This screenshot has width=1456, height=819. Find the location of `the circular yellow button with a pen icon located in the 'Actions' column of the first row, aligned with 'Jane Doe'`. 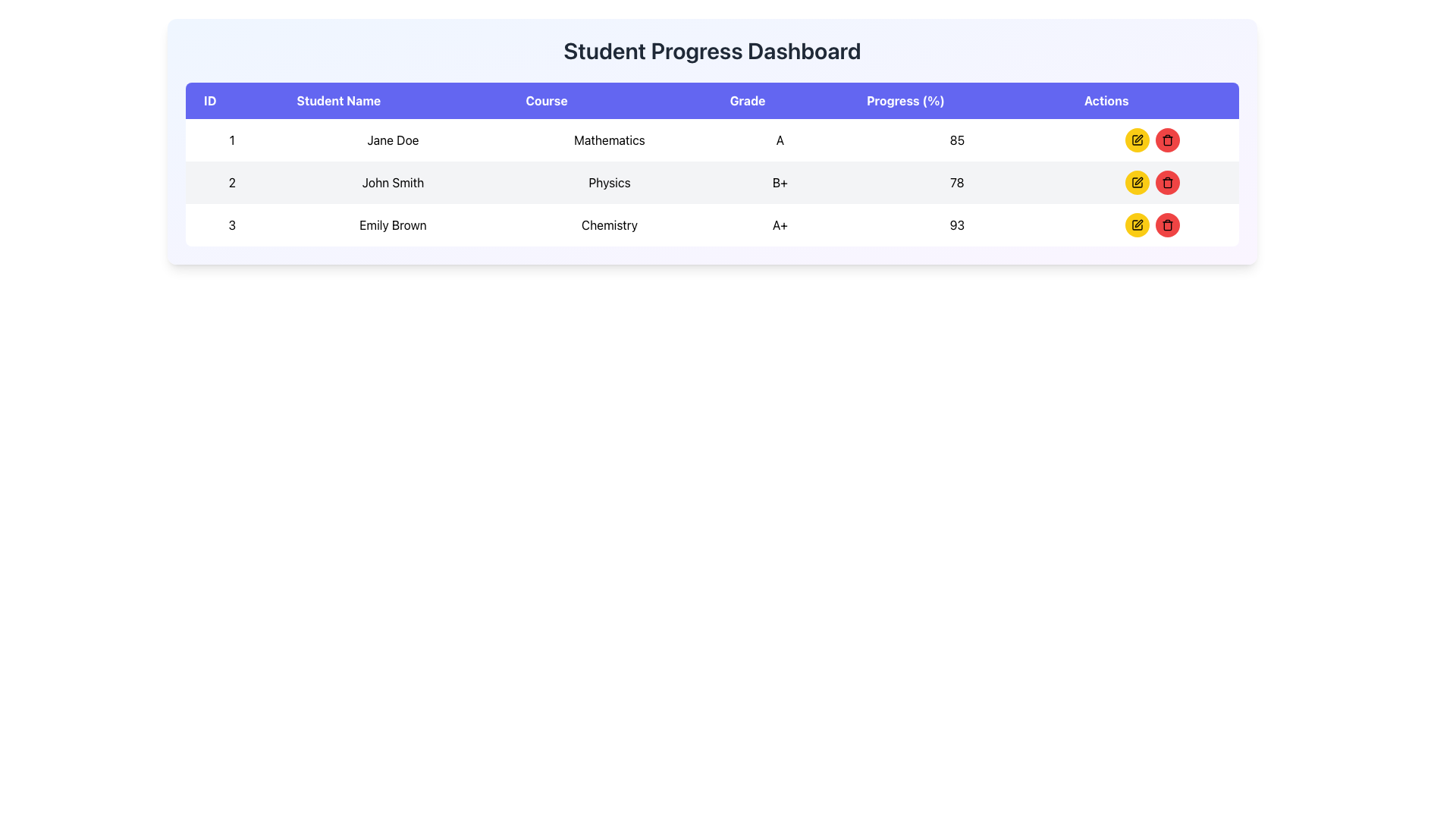

the circular yellow button with a pen icon located in the 'Actions' column of the first row, aligned with 'Jane Doe' is located at coordinates (1137, 140).